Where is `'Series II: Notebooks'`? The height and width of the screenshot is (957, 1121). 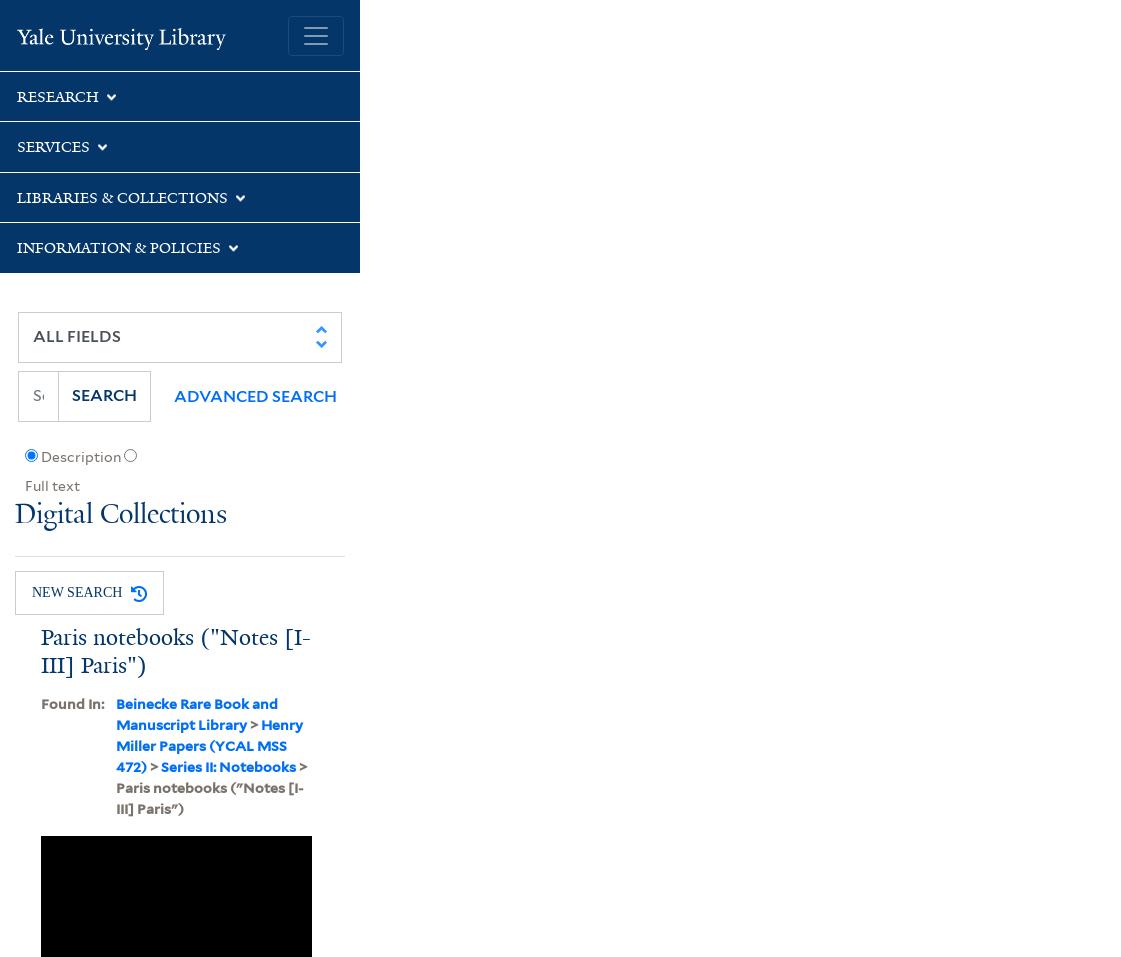
'Series II: Notebooks' is located at coordinates (227, 766).